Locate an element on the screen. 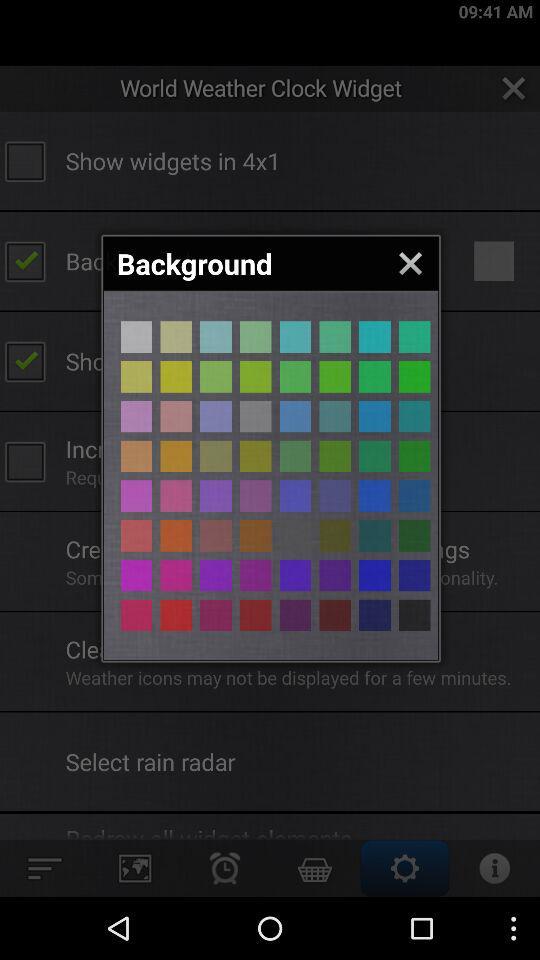  background colour button is located at coordinates (255, 495).